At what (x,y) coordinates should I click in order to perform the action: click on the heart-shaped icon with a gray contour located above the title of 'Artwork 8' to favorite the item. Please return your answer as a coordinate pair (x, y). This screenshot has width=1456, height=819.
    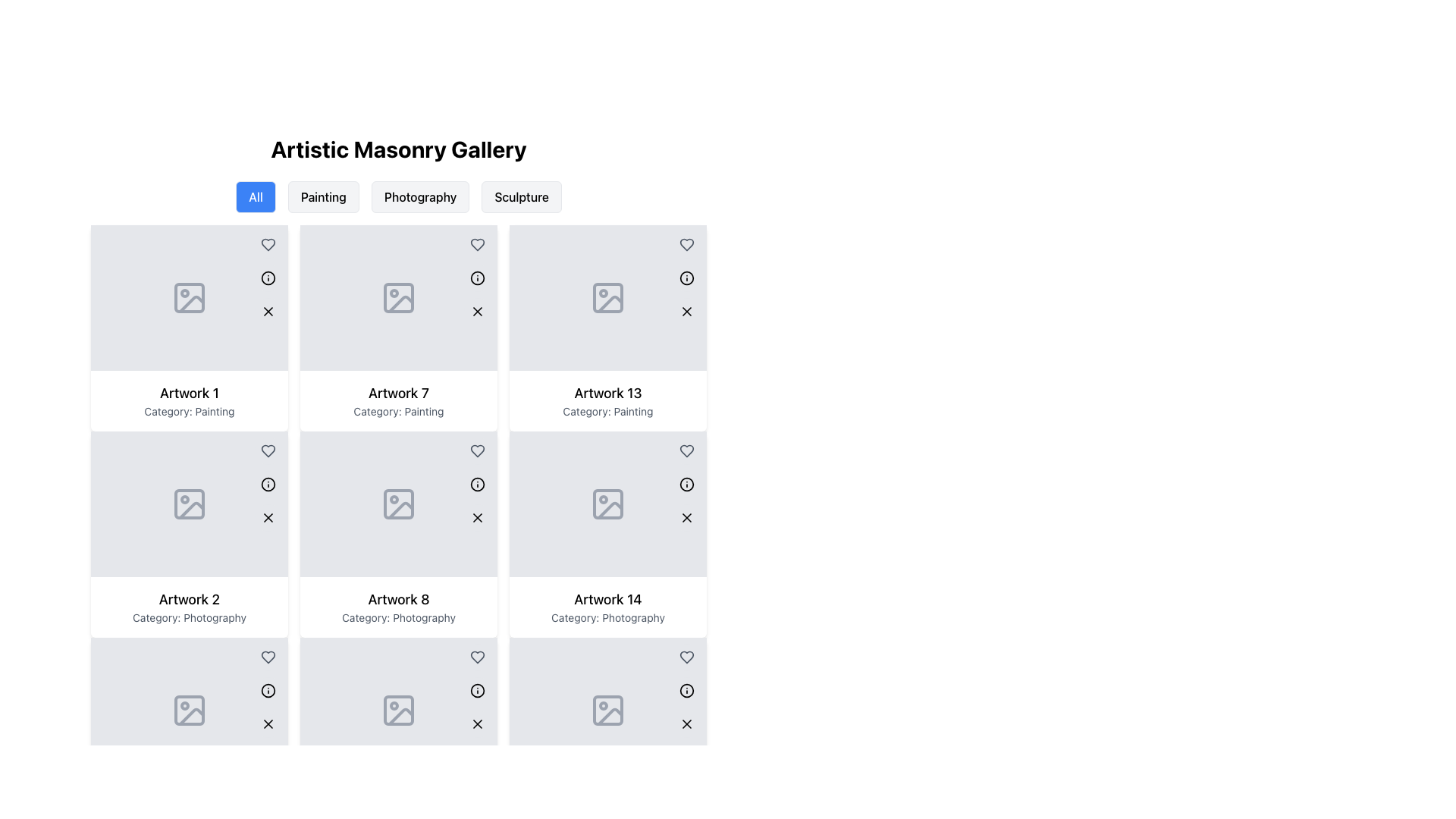
    Looking at the image, I should click on (476, 450).